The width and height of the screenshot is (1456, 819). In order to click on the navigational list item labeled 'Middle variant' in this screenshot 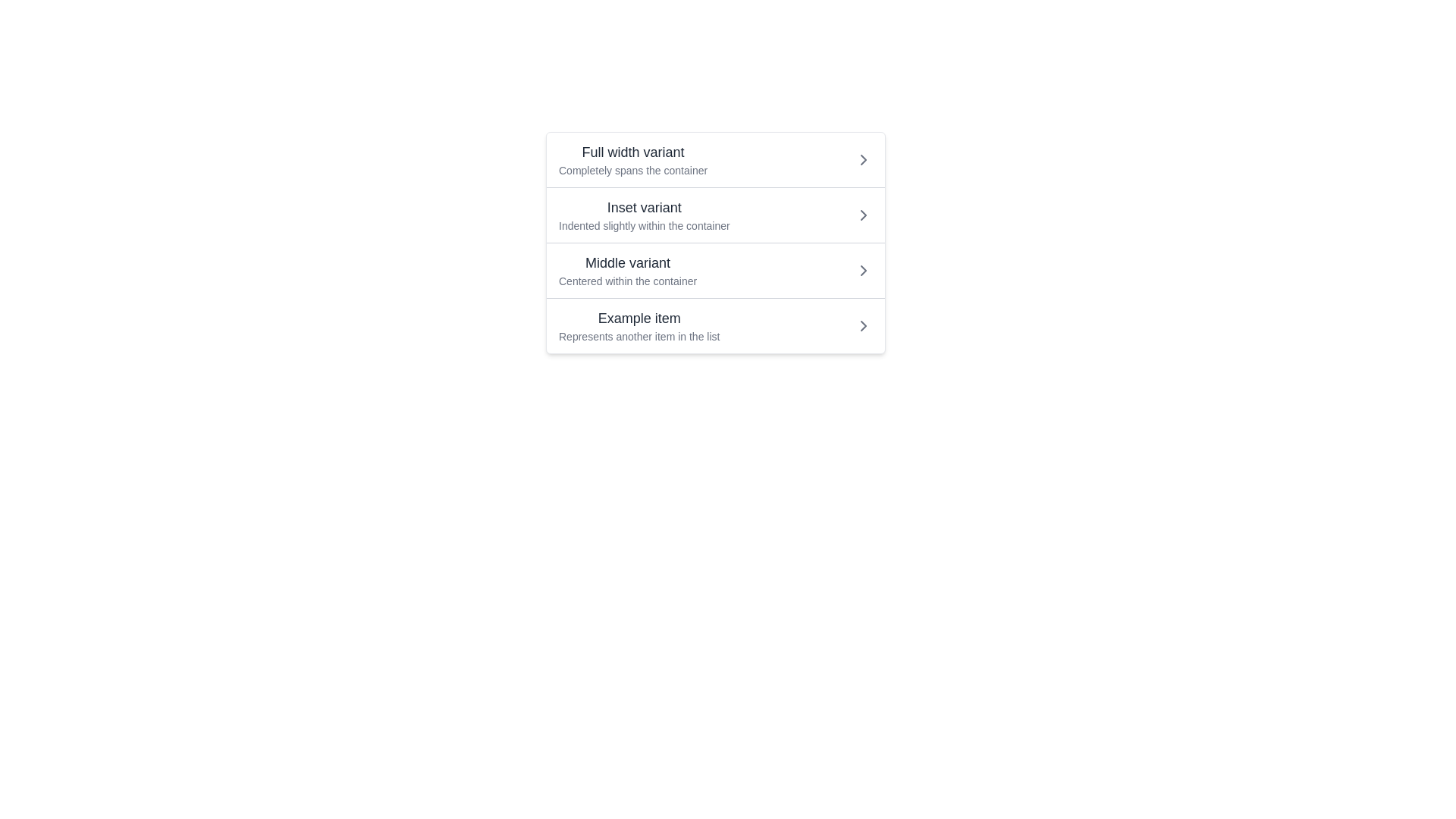, I will do `click(715, 269)`.